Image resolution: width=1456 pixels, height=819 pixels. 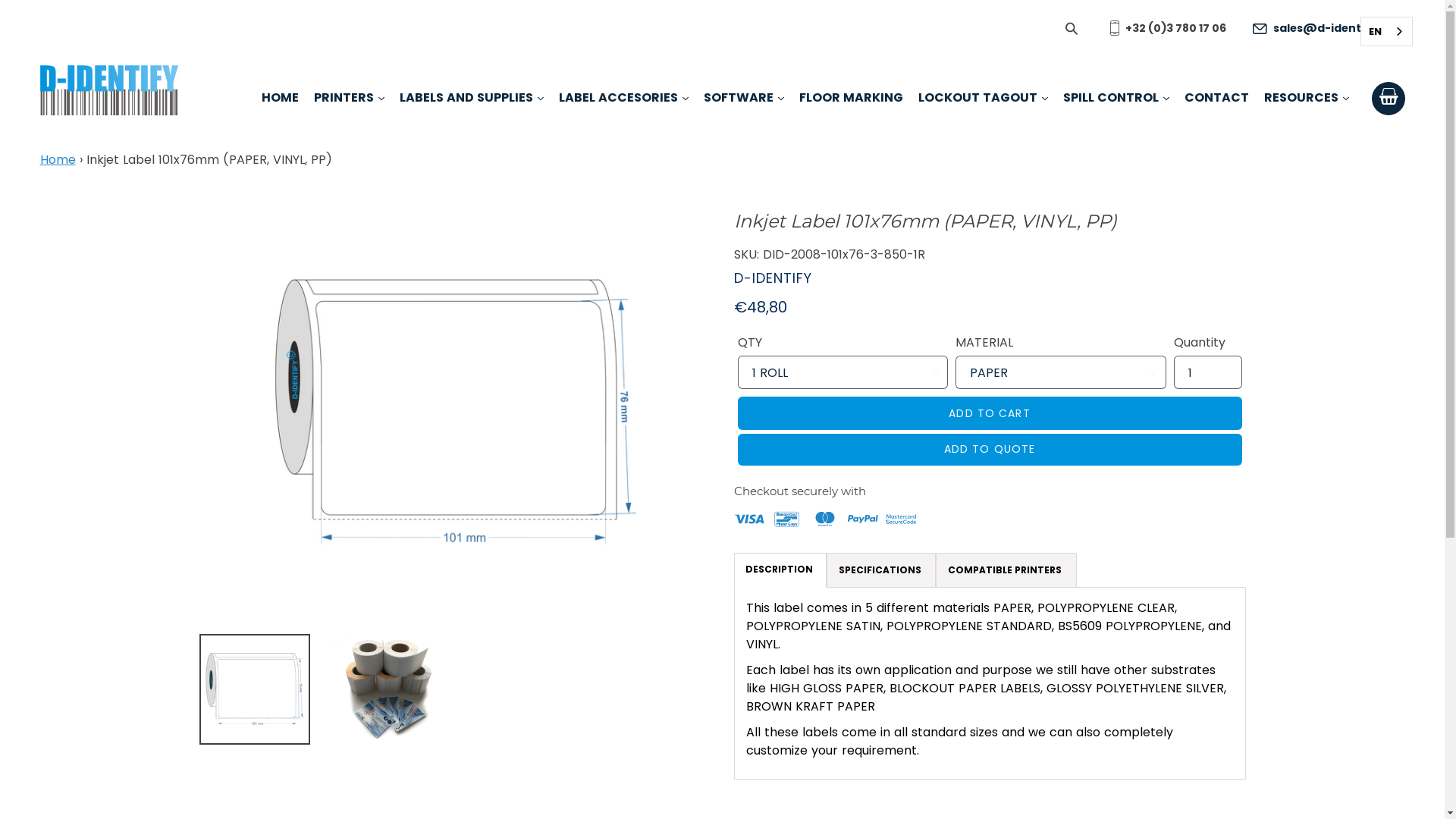 I want to click on 'FLOOR MARKING', so click(x=851, y=99).